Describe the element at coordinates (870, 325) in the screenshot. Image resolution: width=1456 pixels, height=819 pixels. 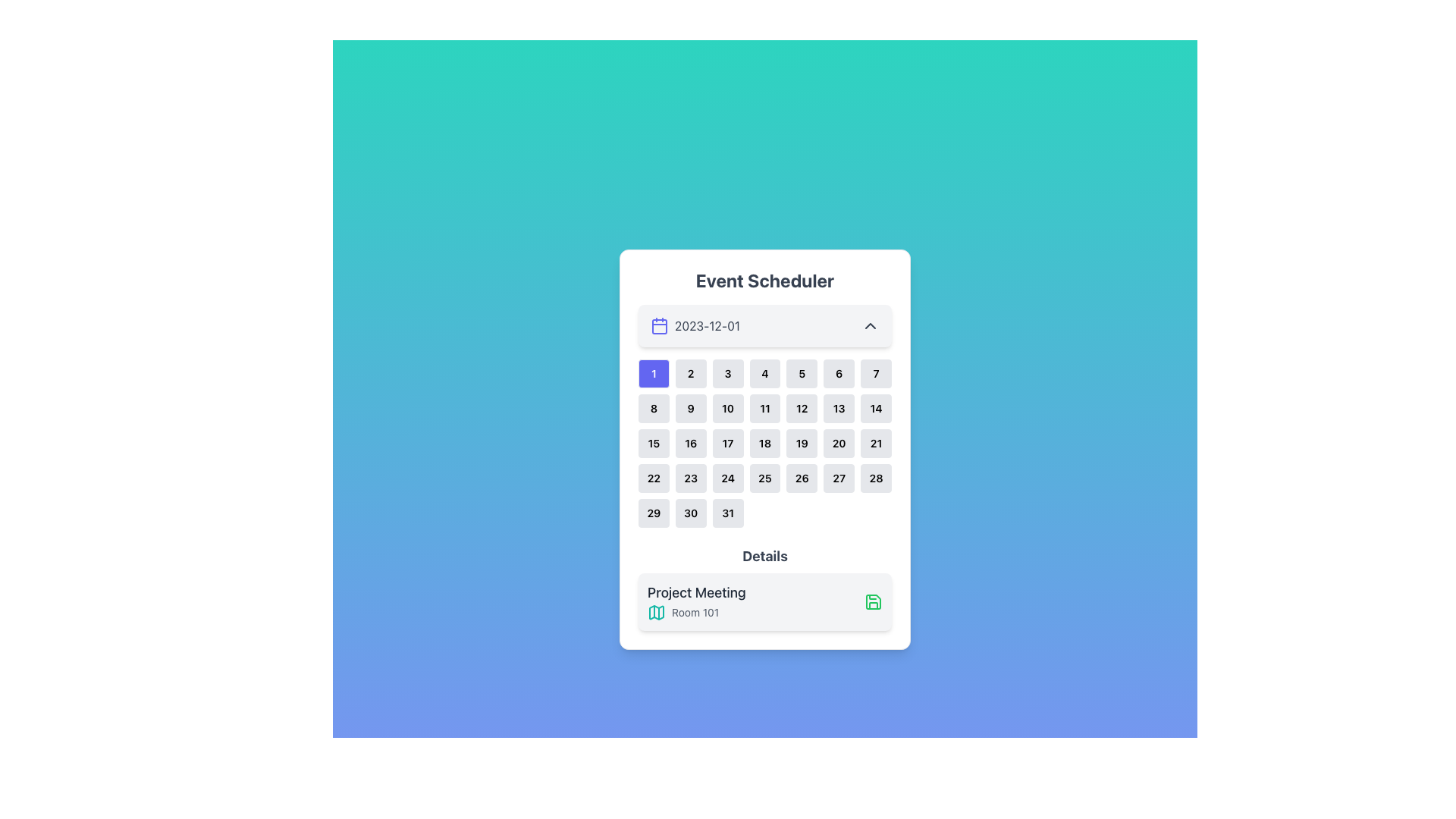
I see `the date interaction icon located in the upper-right corner of the date display '2023-12-01'` at that location.